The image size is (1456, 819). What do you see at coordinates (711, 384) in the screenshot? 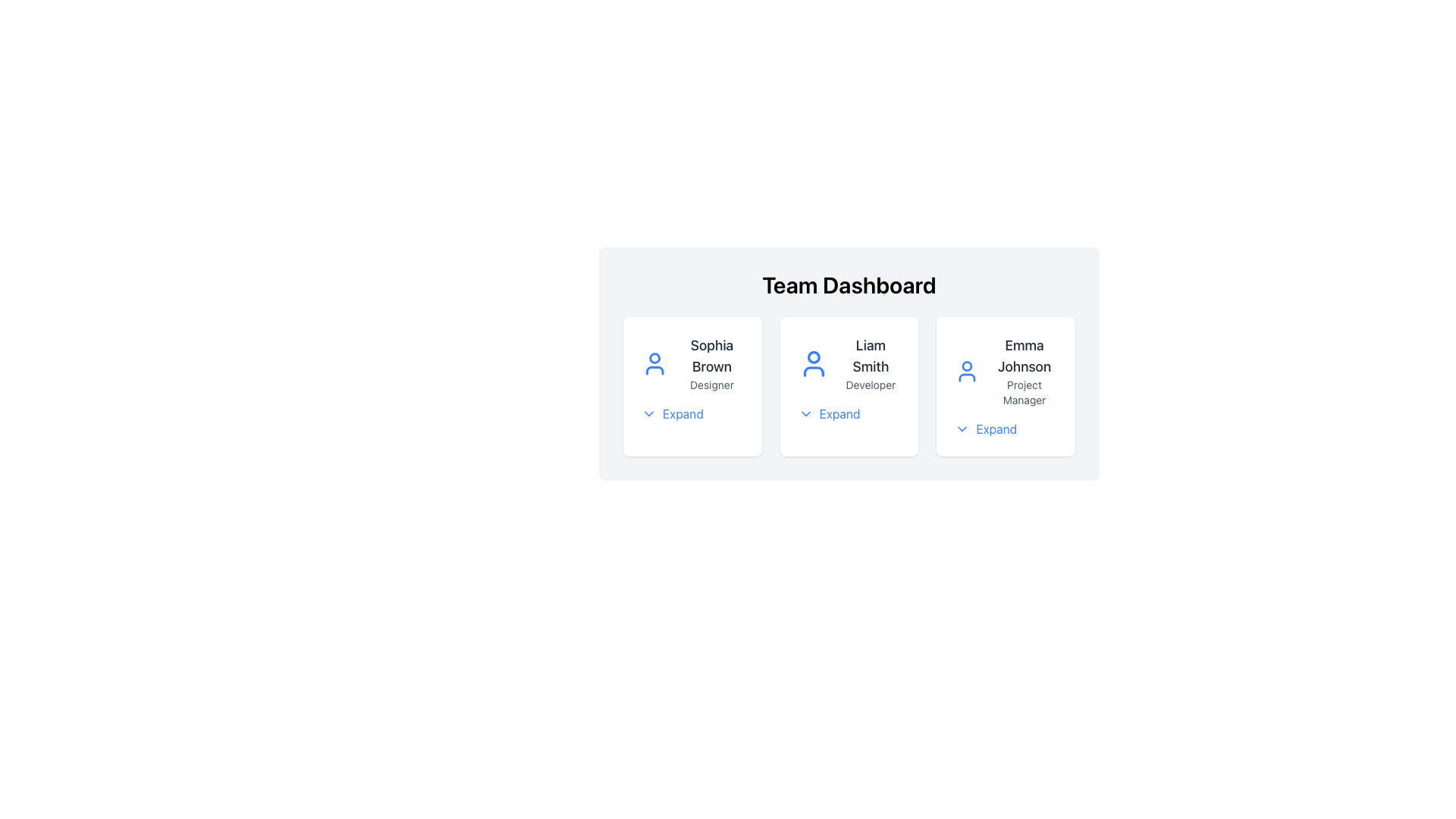
I see `'Designer' label that indicates the role associated with the individual 'Sophia Brown' in the leftmost card` at bounding box center [711, 384].